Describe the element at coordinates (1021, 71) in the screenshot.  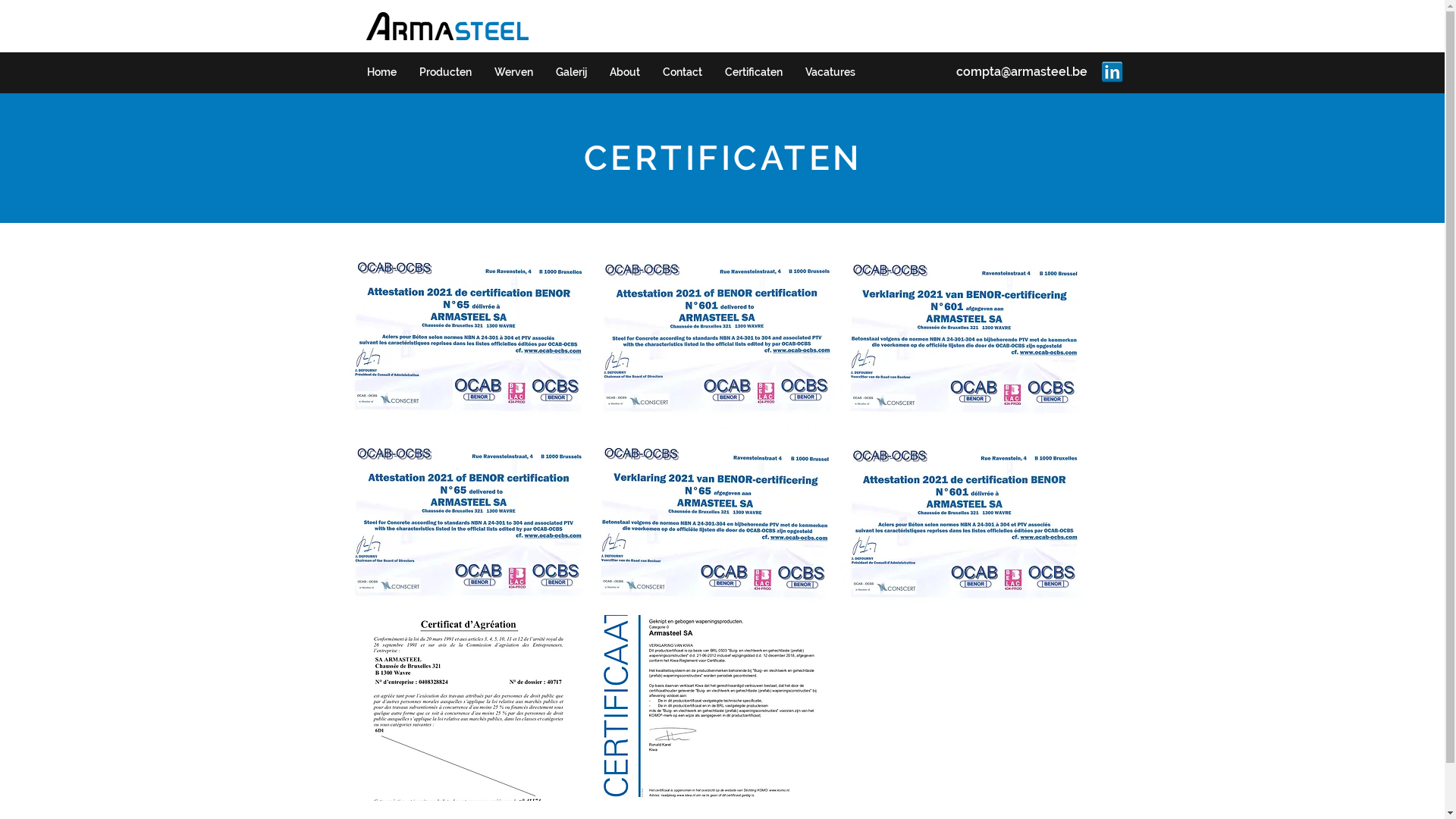
I see `'compta@armasteel.be'` at that location.